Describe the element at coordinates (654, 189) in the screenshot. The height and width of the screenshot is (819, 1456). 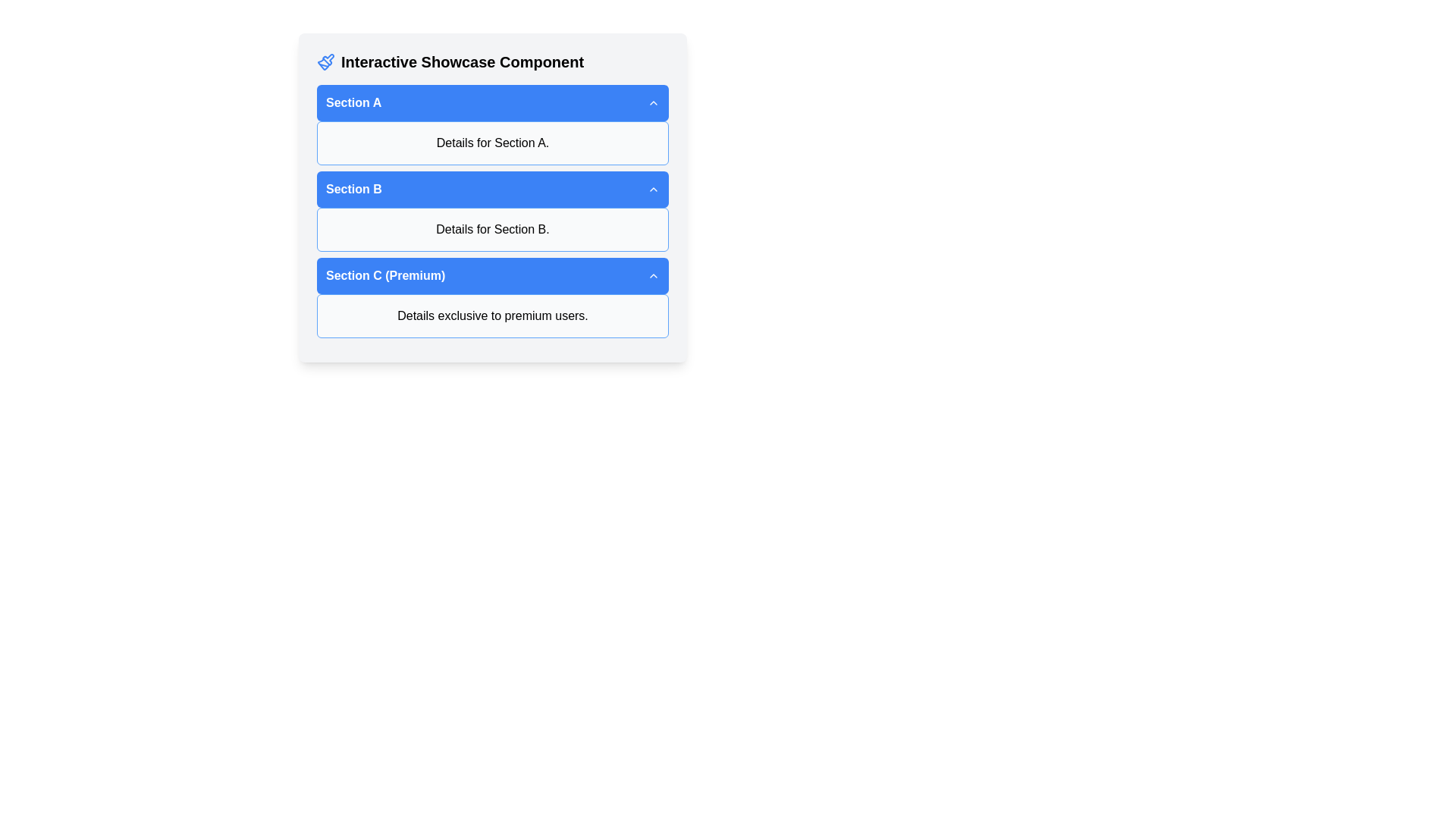
I see `the upward chevron-shaped icon located on the right side of the 'Section B' header` at that location.